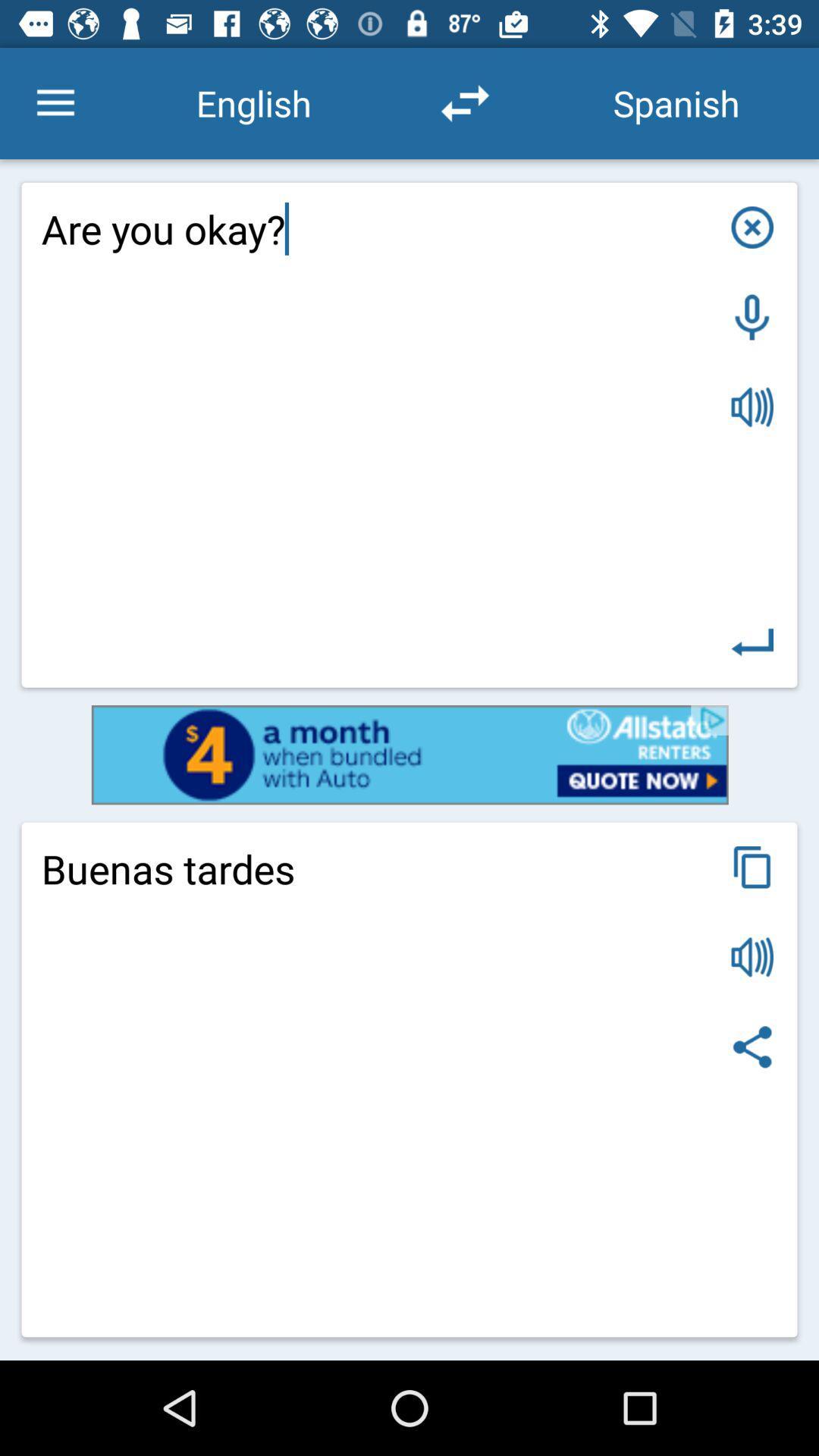  I want to click on sound, so click(752, 956).